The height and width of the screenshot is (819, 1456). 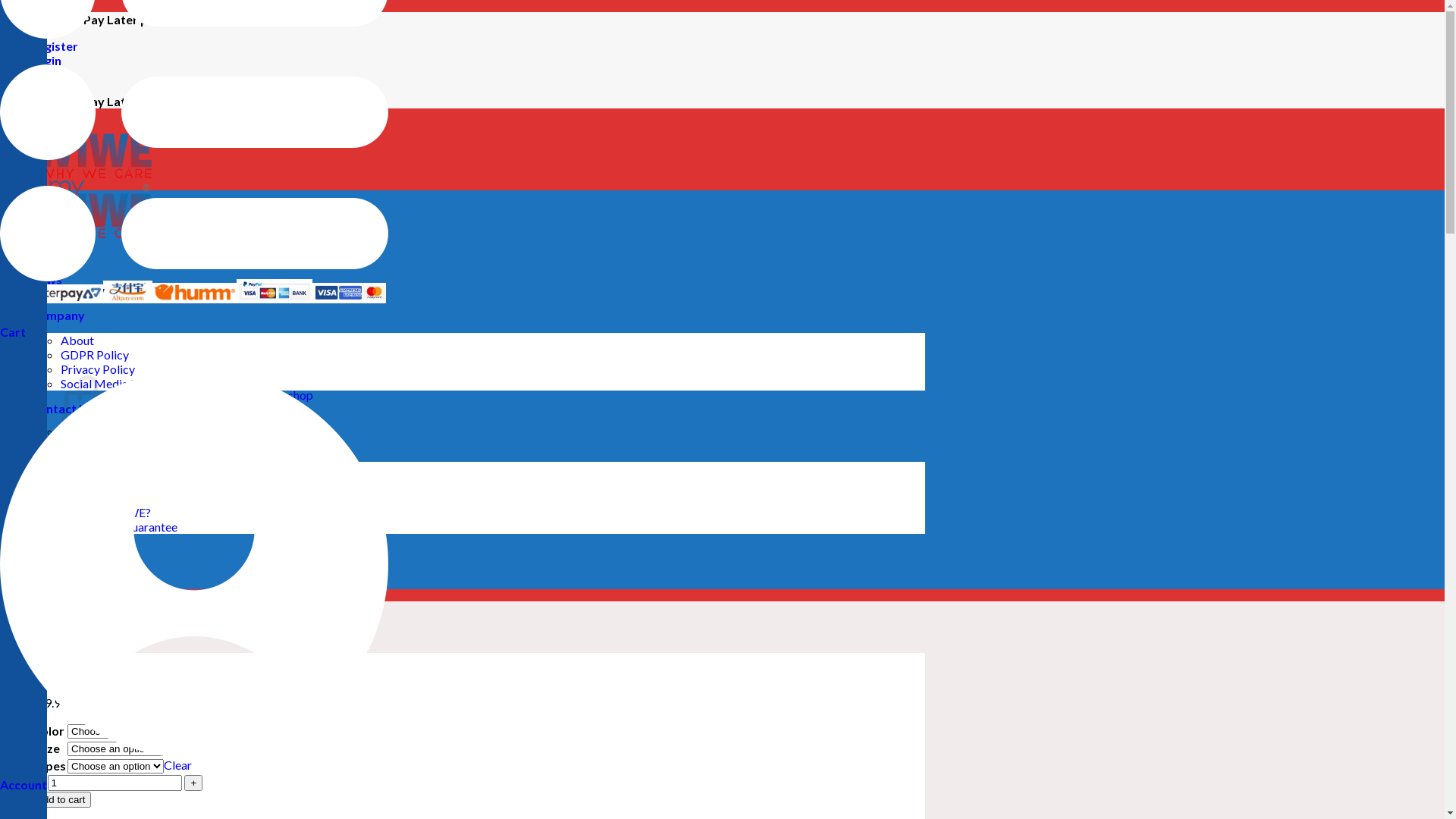 I want to click on 'Company', so click(x=58, y=314).